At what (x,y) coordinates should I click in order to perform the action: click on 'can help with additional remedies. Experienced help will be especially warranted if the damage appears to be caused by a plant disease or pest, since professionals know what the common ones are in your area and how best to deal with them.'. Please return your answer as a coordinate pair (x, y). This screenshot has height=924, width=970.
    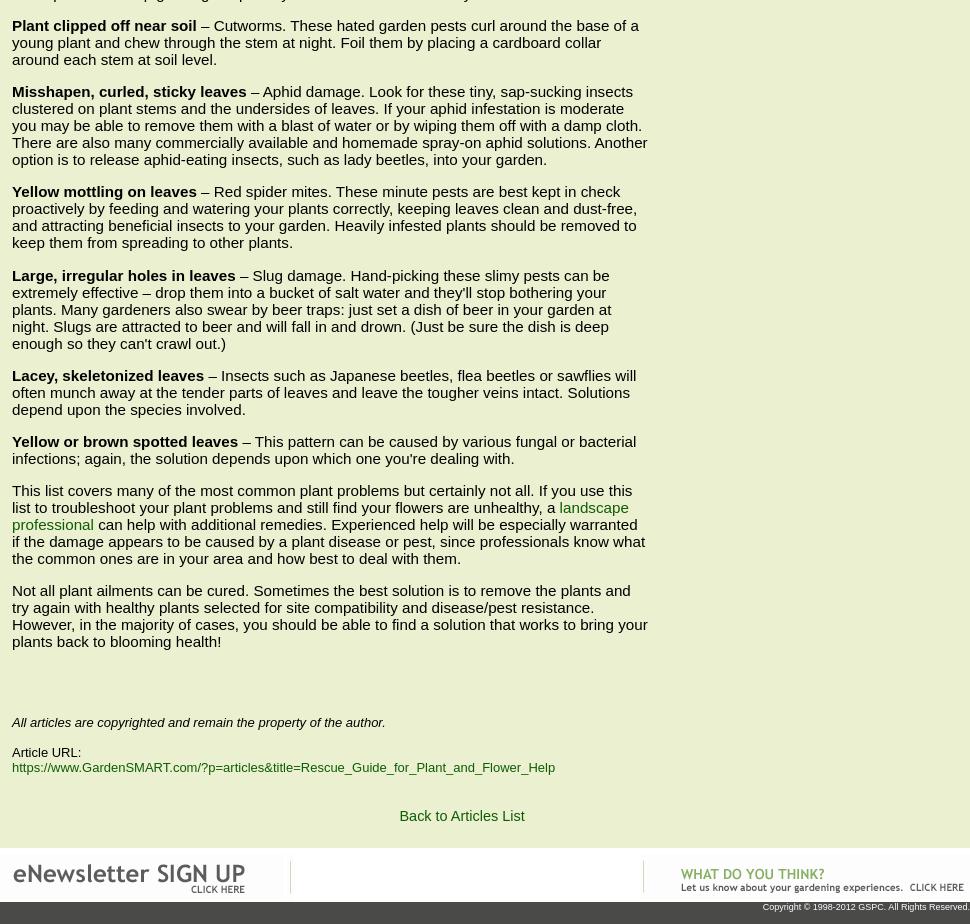
    Looking at the image, I should click on (328, 541).